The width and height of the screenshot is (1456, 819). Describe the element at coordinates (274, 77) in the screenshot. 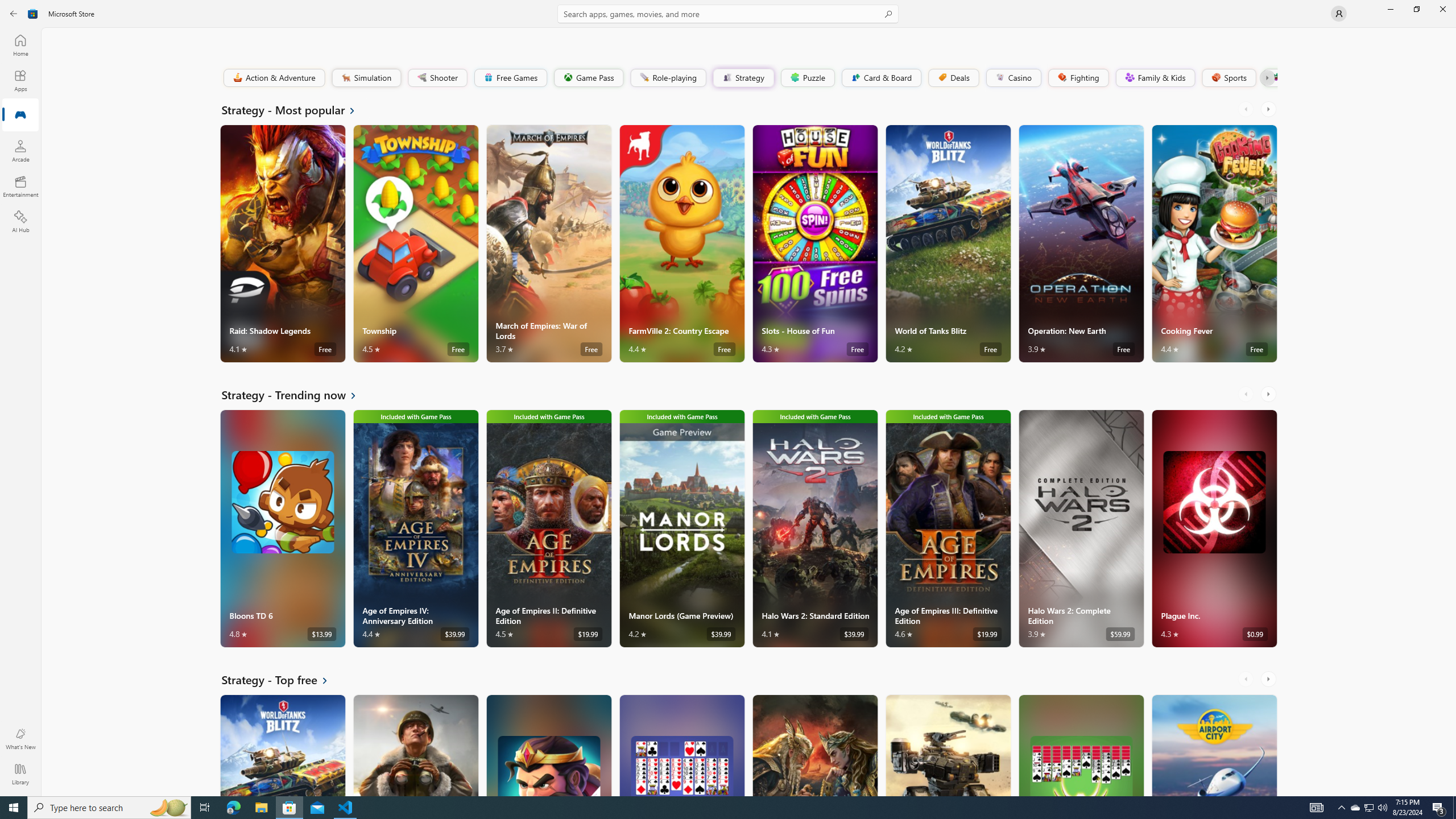

I see `'Action & Adventure'` at that location.